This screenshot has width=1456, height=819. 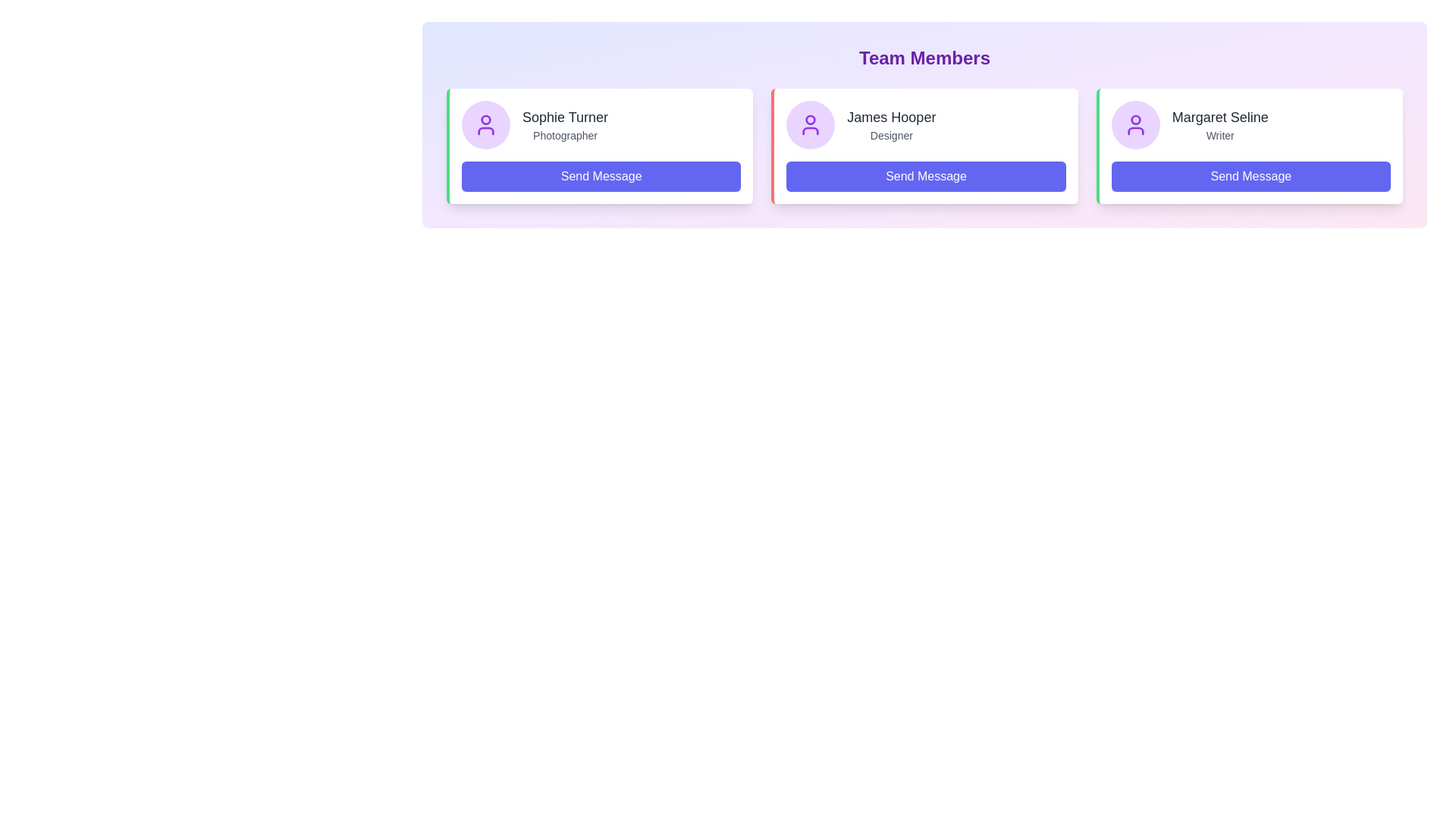 I want to click on the user icon depicting a simplified outline of a human figure, styled with purple coloring, located in the upper-middle section of the profile card labeled 'James Hooper - Designer', so click(x=810, y=124).